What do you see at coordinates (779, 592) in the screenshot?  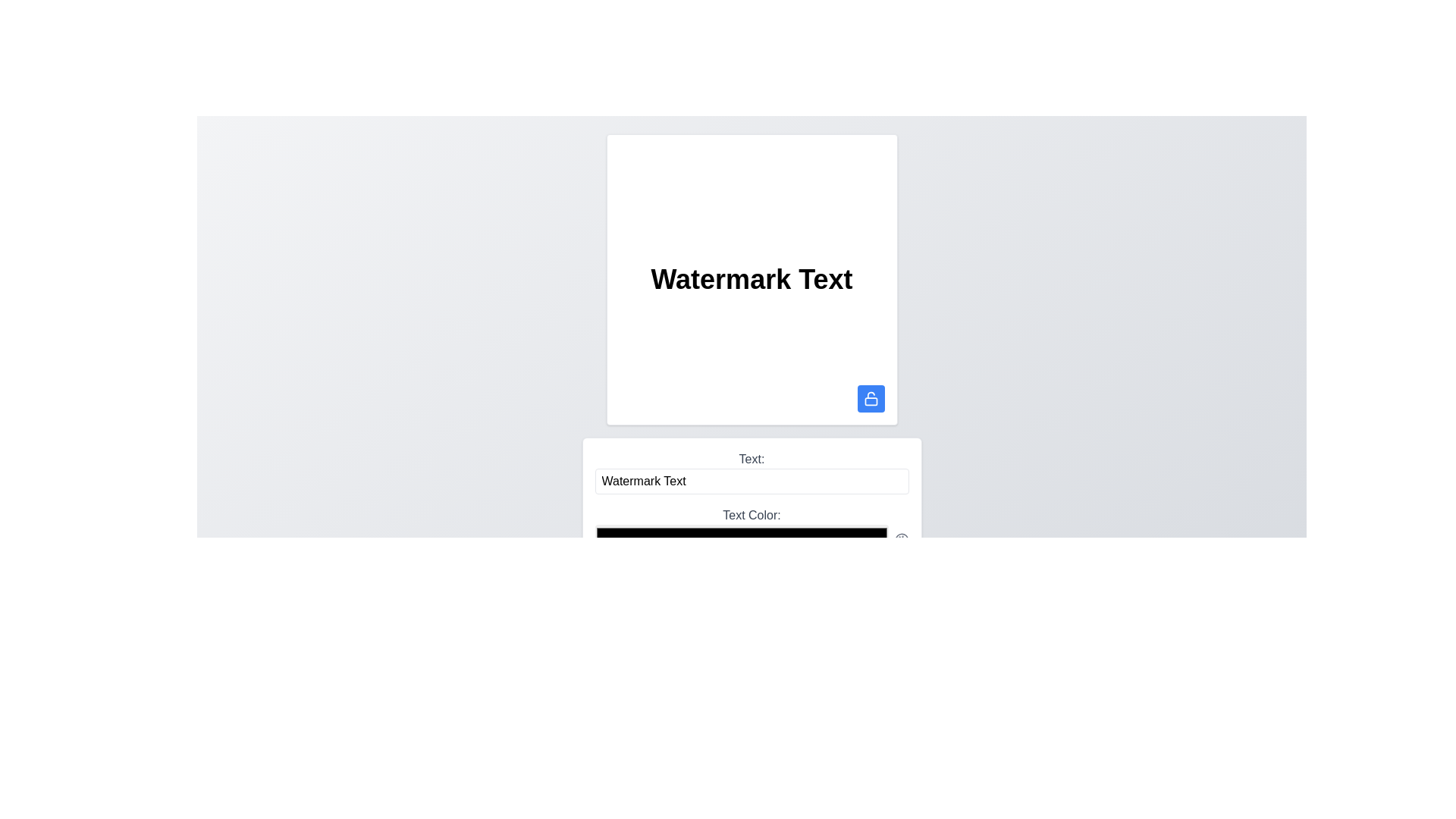 I see `the slider` at bounding box center [779, 592].